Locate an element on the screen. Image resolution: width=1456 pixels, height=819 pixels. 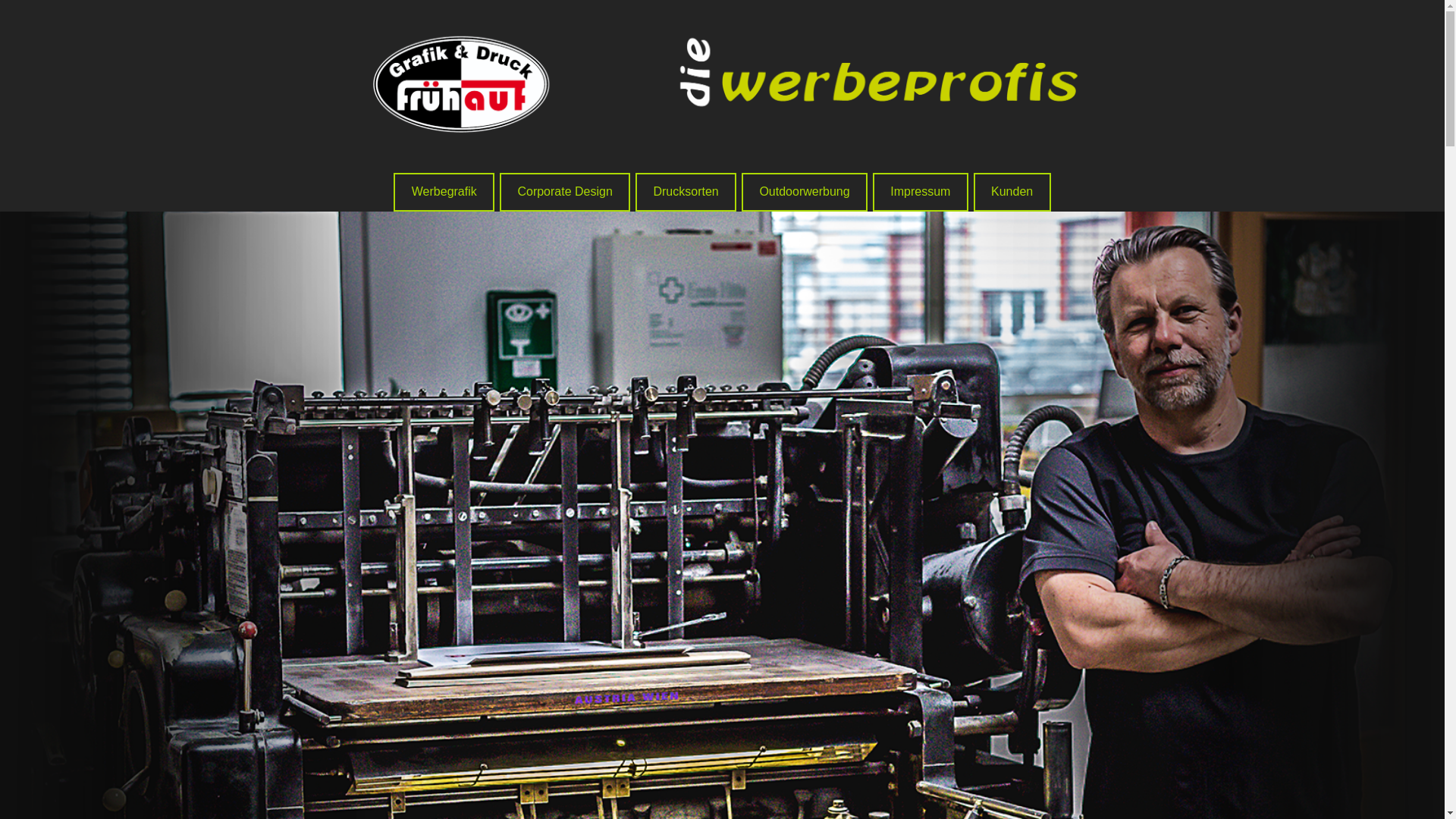
'Impressum' is located at coordinates (920, 191).